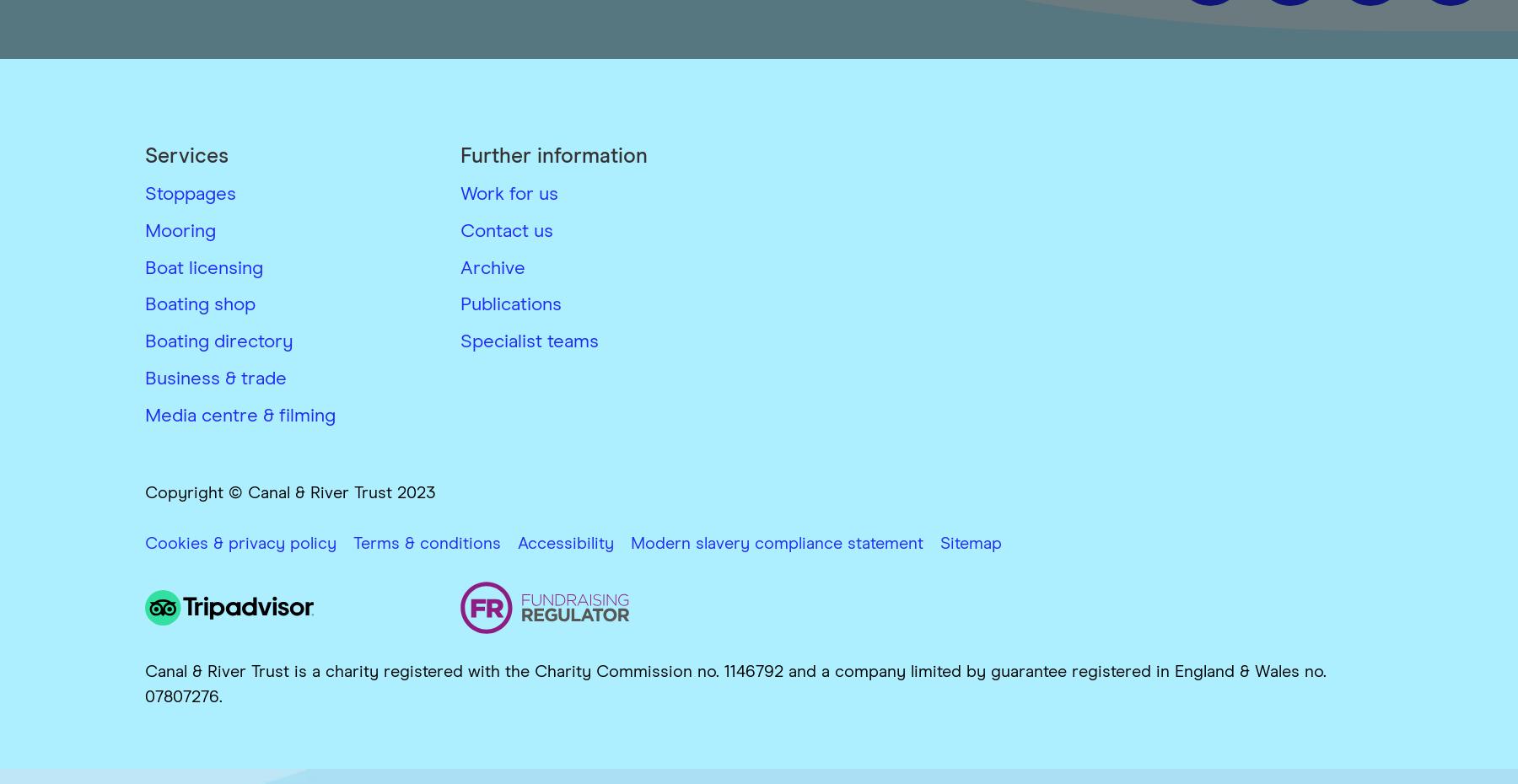  I want to click on 'Services', so click(186, 154).